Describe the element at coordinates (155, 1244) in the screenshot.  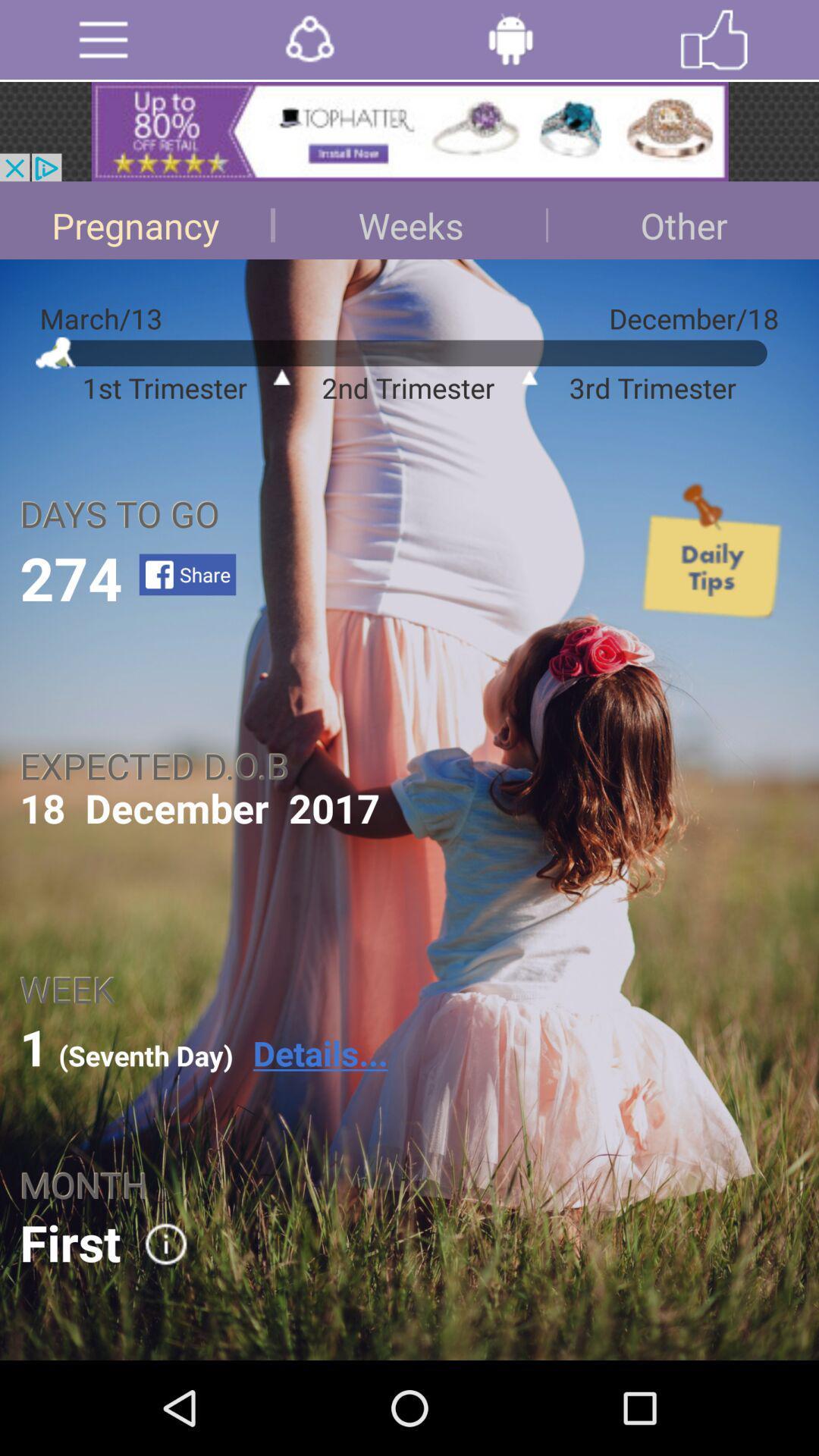
I see `option` at that location.